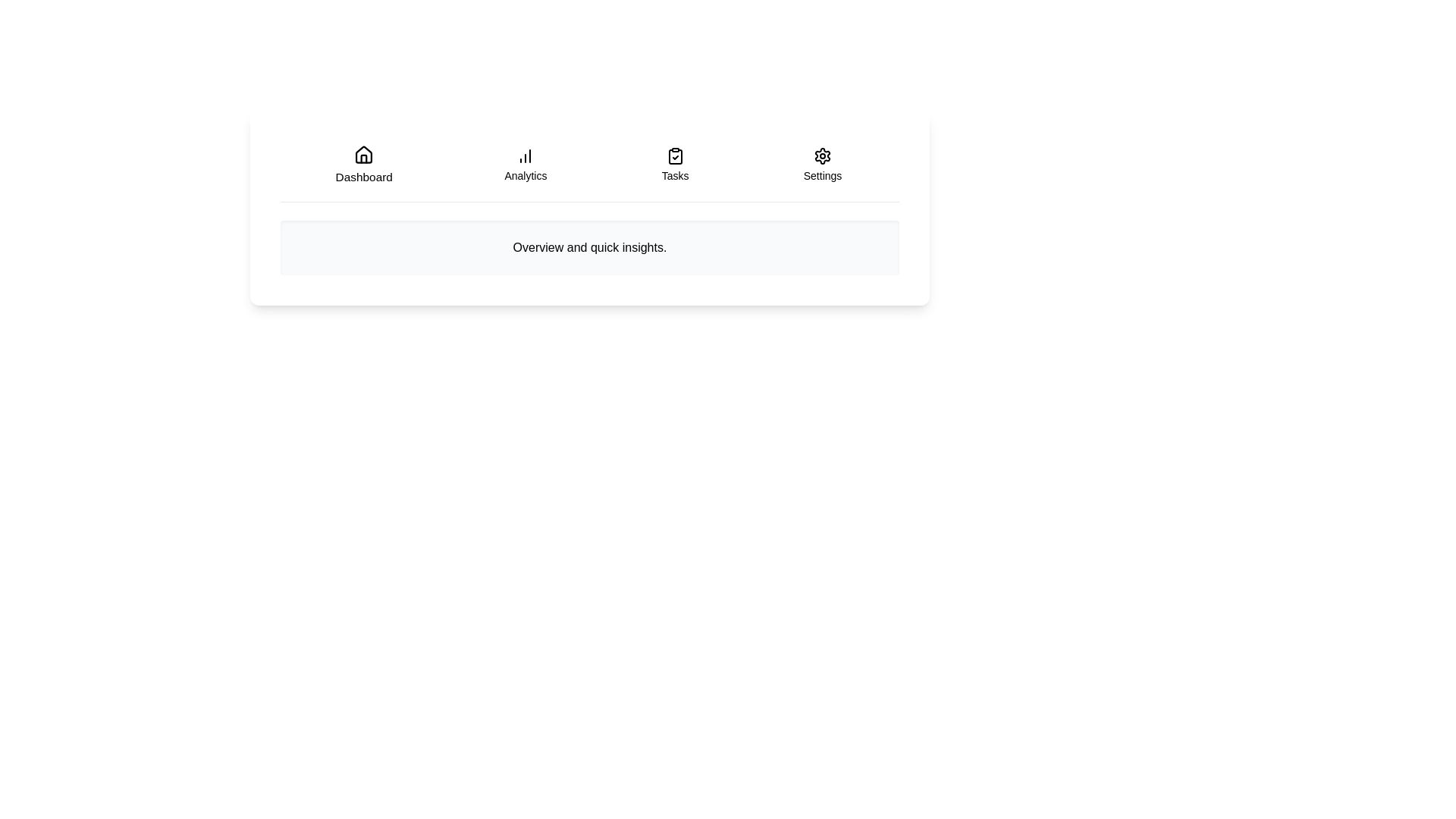  What do you see at coordinates (588, 247) in the screenshot?
I see `text displayed in the Text label that says 'Overview and quick insights.' which is centrally aligned beneath the main navigation section` at bounding box center [588, 247].